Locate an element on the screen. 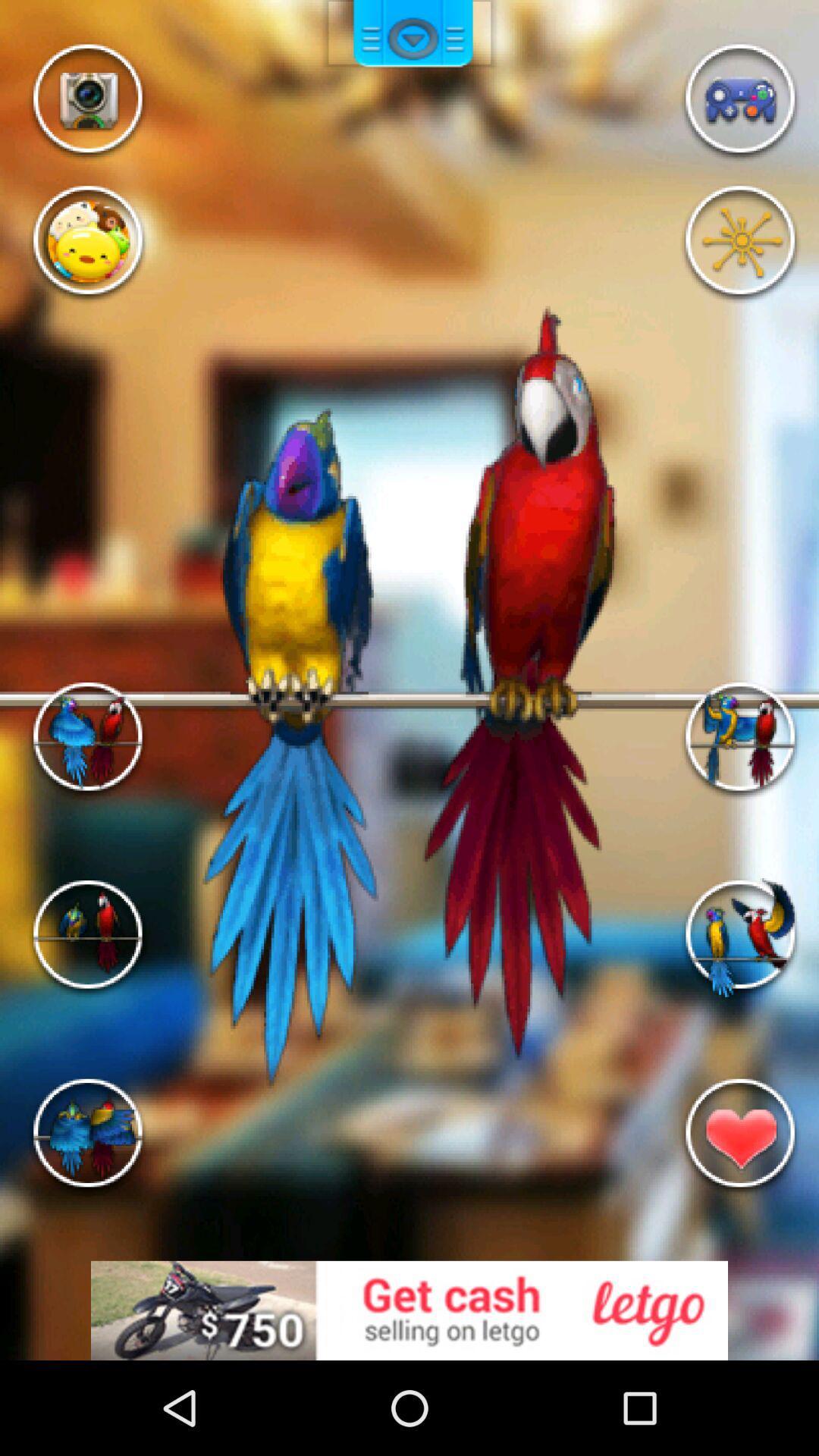 Image resolution: width=819 pixels, height=1456 pixels. open advertisement page is located at coordinates (409, 1310).